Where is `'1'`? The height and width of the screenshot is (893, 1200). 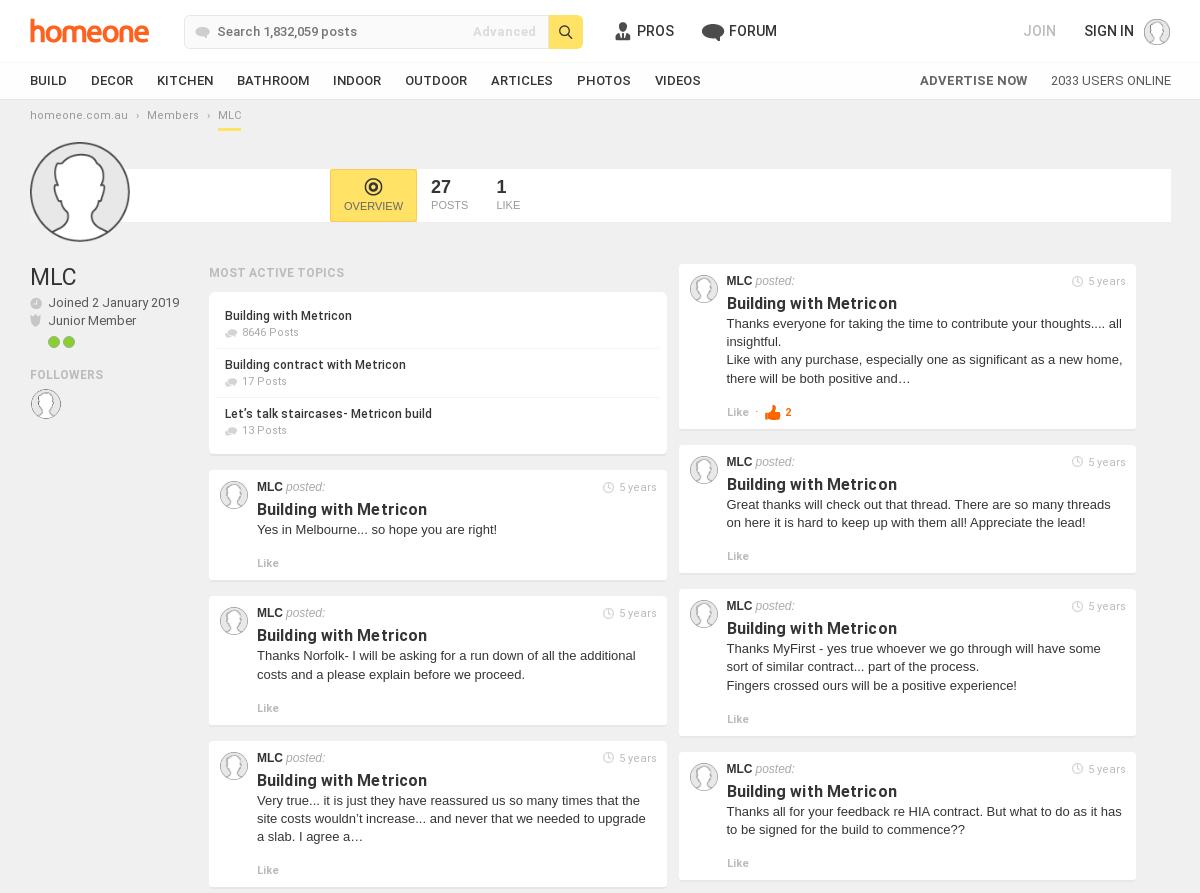 '1' is located at coordinates (494, 185).